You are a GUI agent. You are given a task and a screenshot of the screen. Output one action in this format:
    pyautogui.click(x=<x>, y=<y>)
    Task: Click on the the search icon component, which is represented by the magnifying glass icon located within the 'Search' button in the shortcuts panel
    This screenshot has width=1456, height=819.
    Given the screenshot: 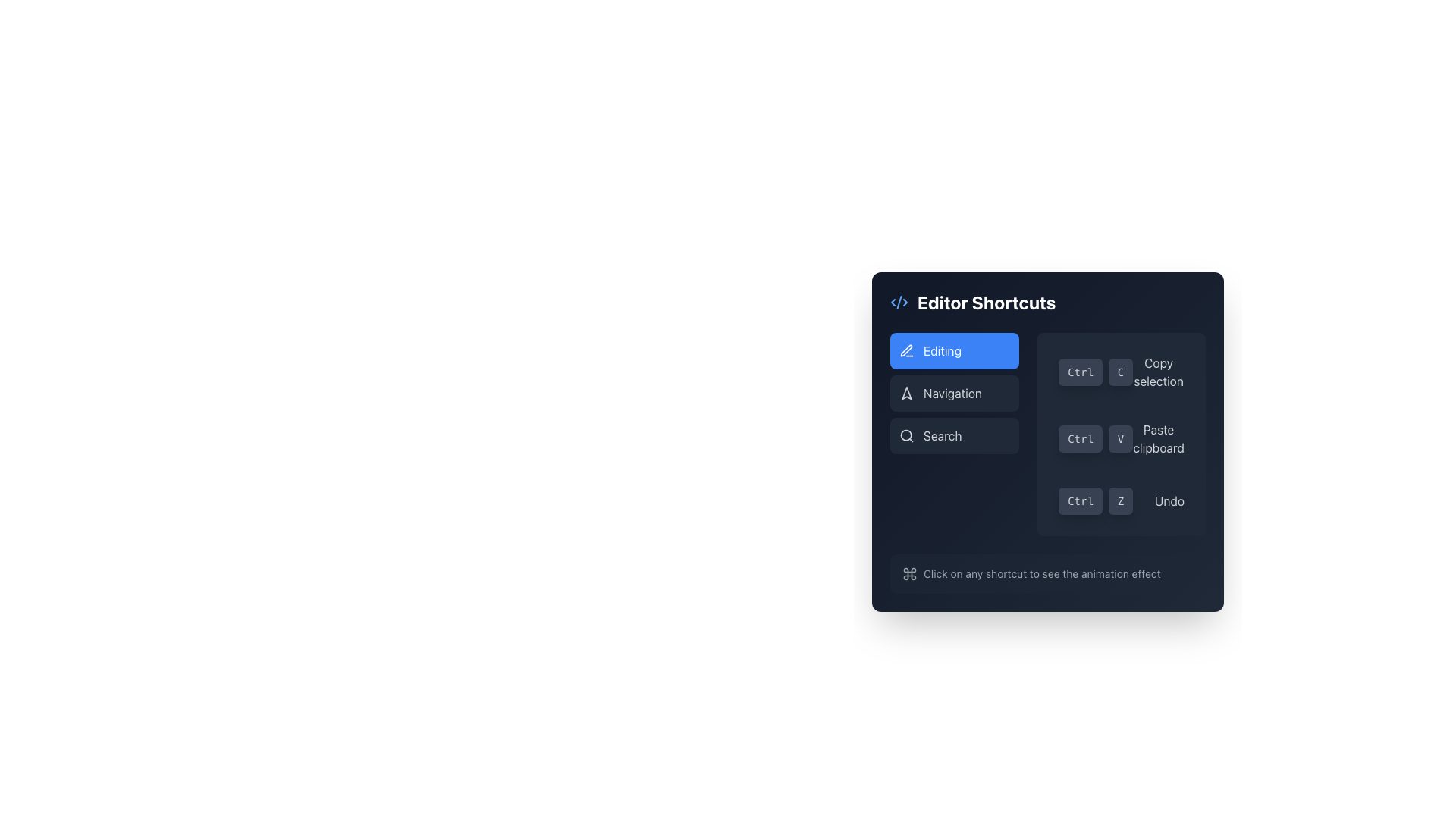 What is the action you would take?
    pyautogui.click(x=906, y=435)
    